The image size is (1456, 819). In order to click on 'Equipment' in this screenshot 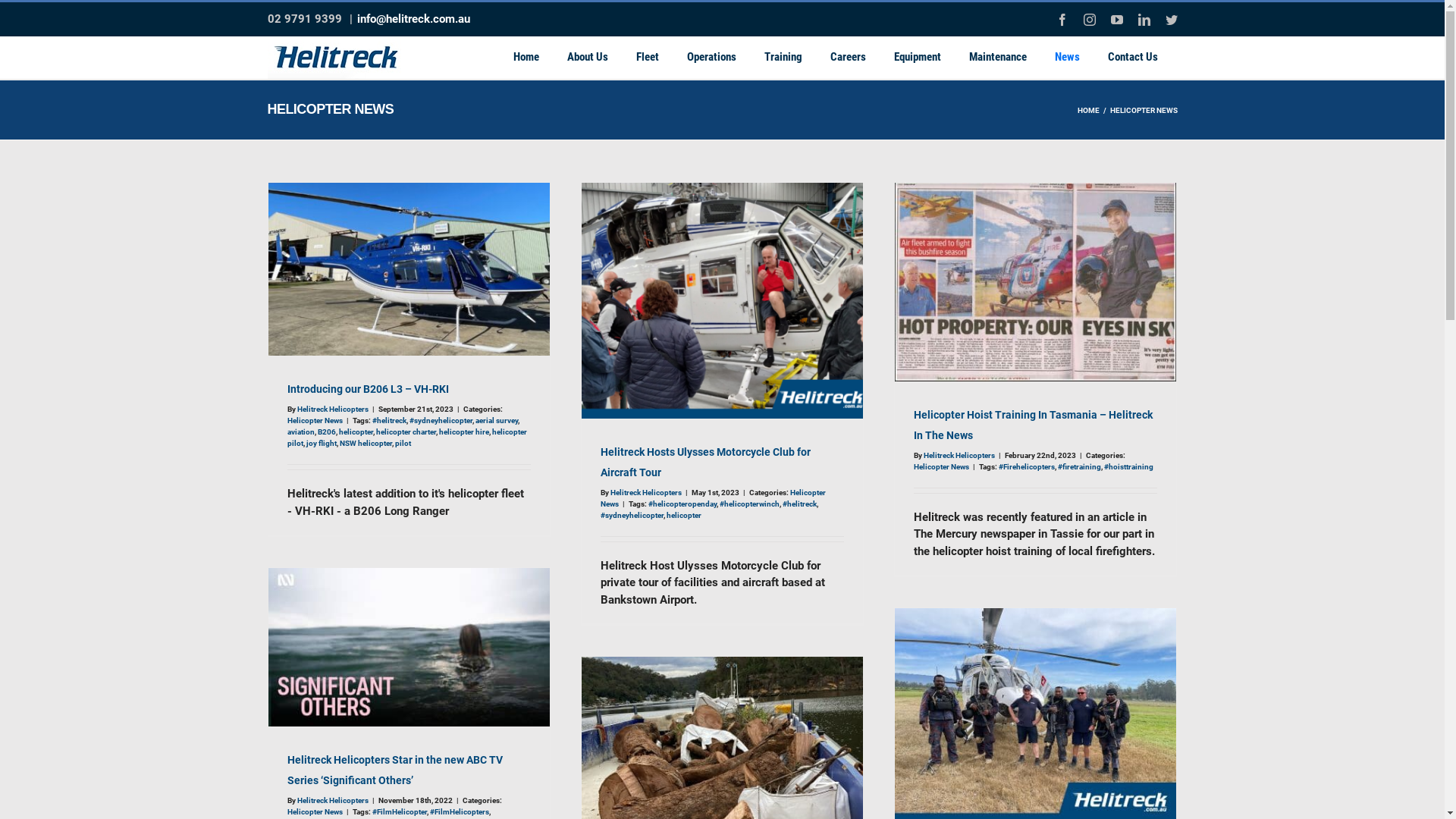, I will do `click(916, 56)`.